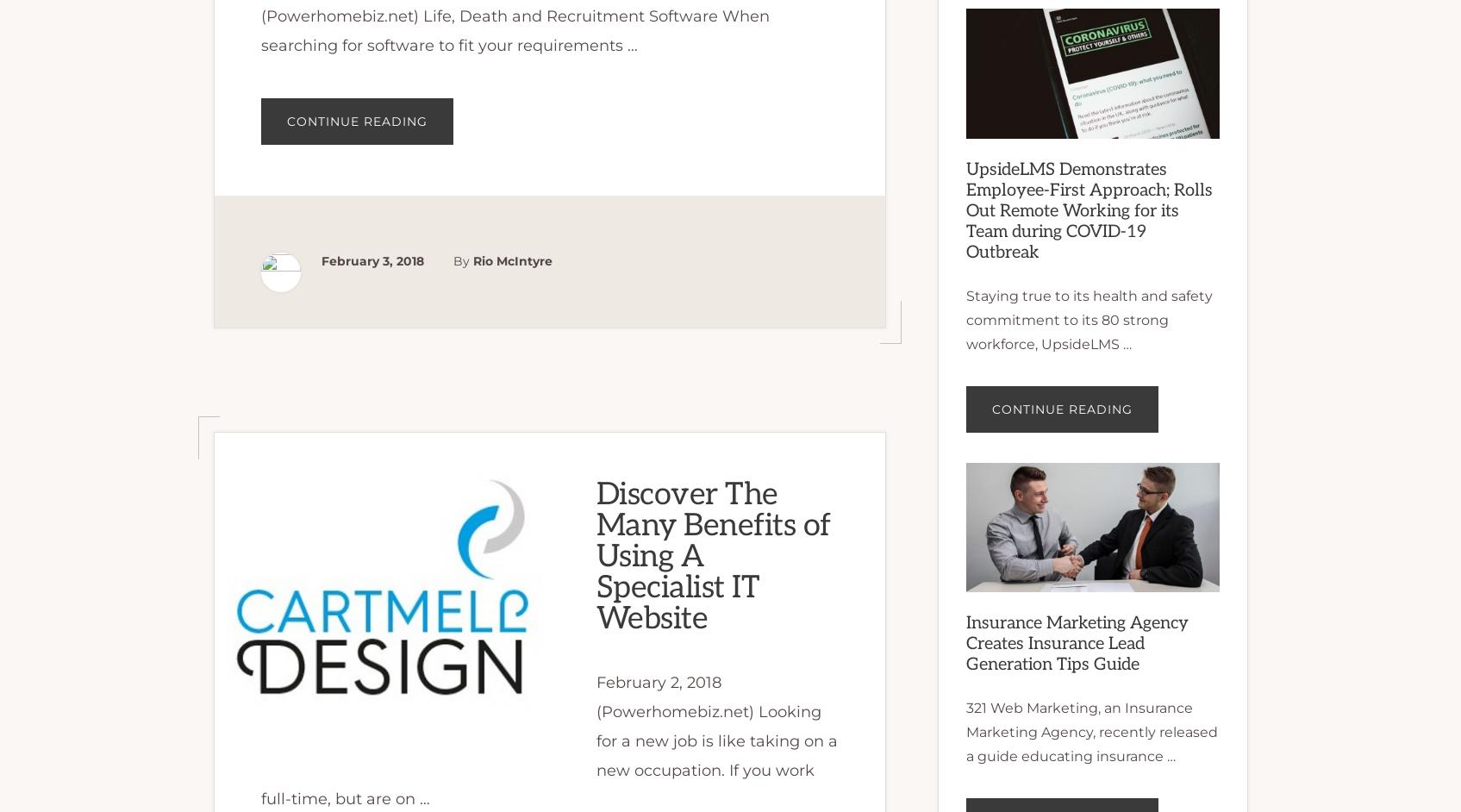 This screenshot has height=812, width=1461. What do you see at coordinates (510, 260) in the screenshot?
I see `'Rio McIntyre'` at bounding box center [510, 260].